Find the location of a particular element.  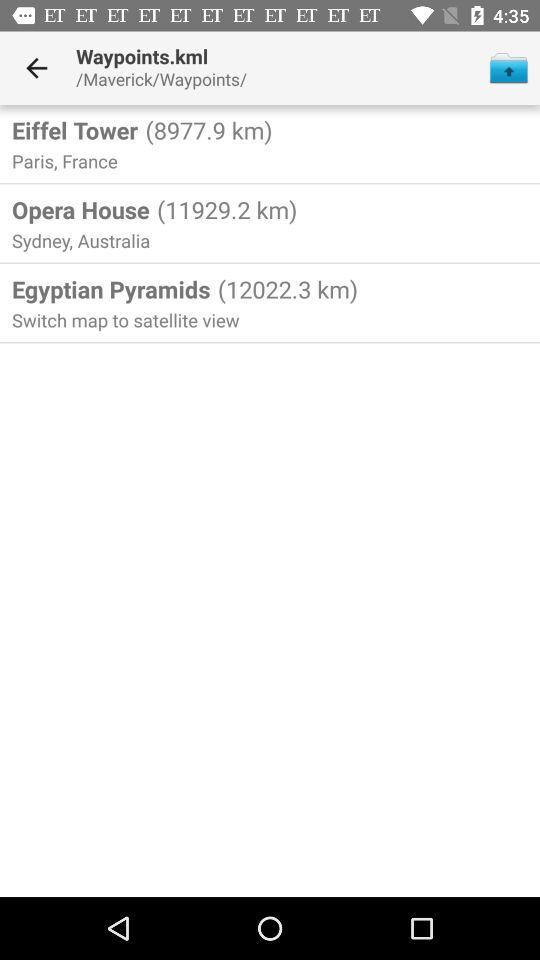

(11929.2 km) item is located at coordinates (223, 209).